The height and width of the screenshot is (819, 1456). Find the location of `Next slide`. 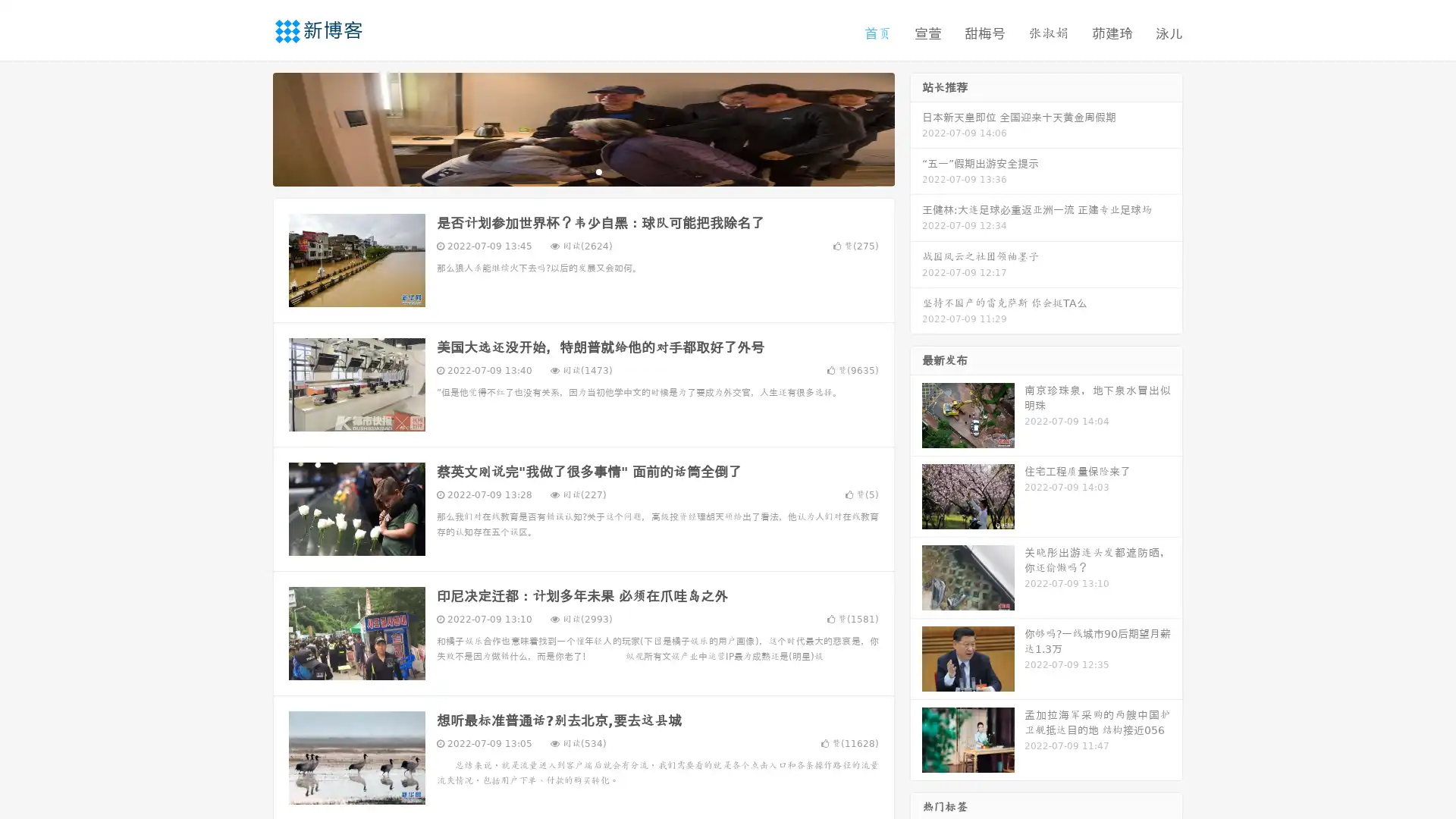

Next slide is located at coordinates (916, 127).